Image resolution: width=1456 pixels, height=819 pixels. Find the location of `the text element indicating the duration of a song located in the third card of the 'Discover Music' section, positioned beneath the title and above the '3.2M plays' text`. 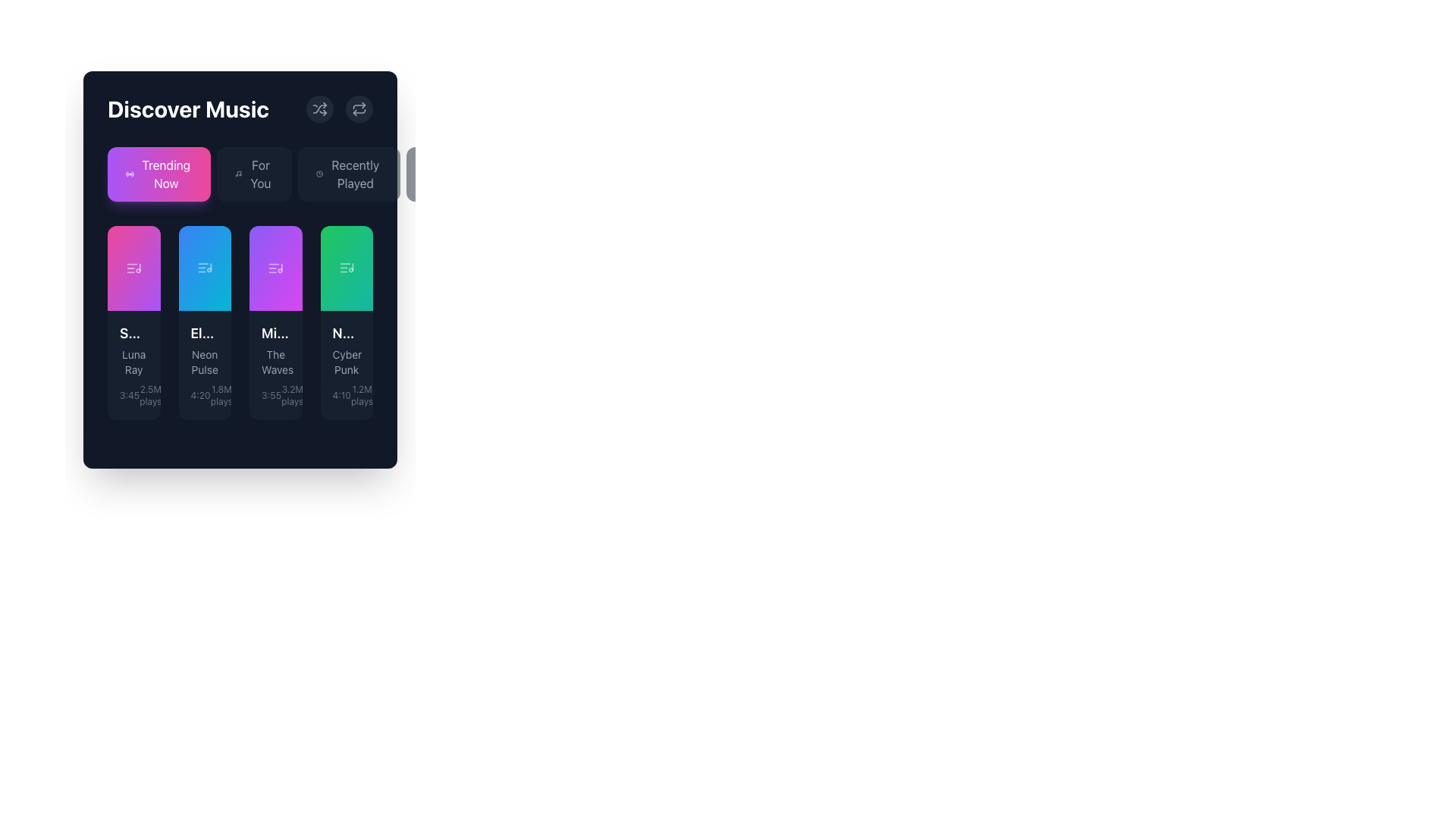

the text element indicating the duration of a song located in the third card of the 'Discover Music' section, positioned beneath the title and above the '3.2M plays' text is located at coordinates (271, 394).